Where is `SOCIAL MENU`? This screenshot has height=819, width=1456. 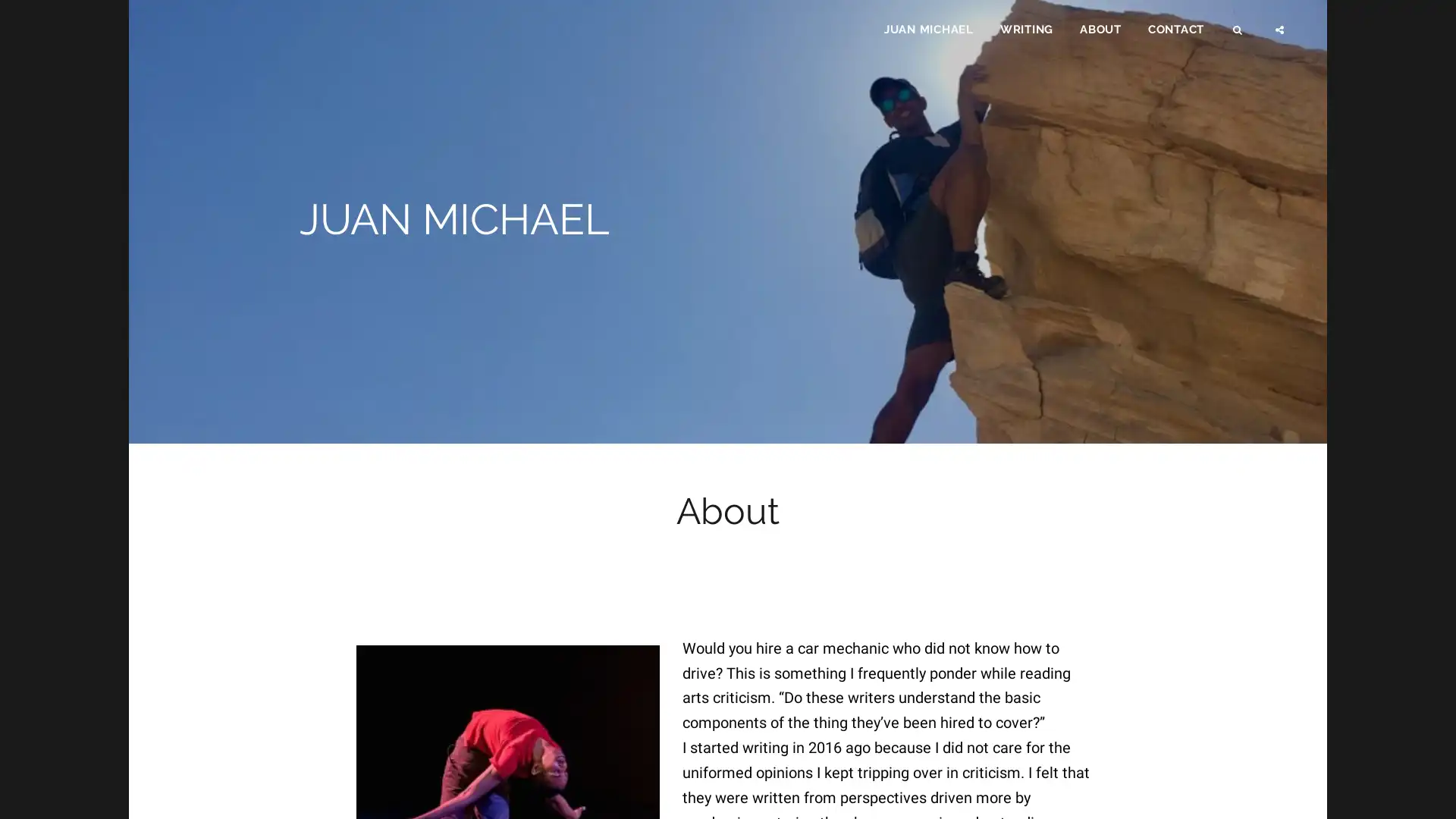
SOCIAL MENU is located at coordinates (1280, 35).